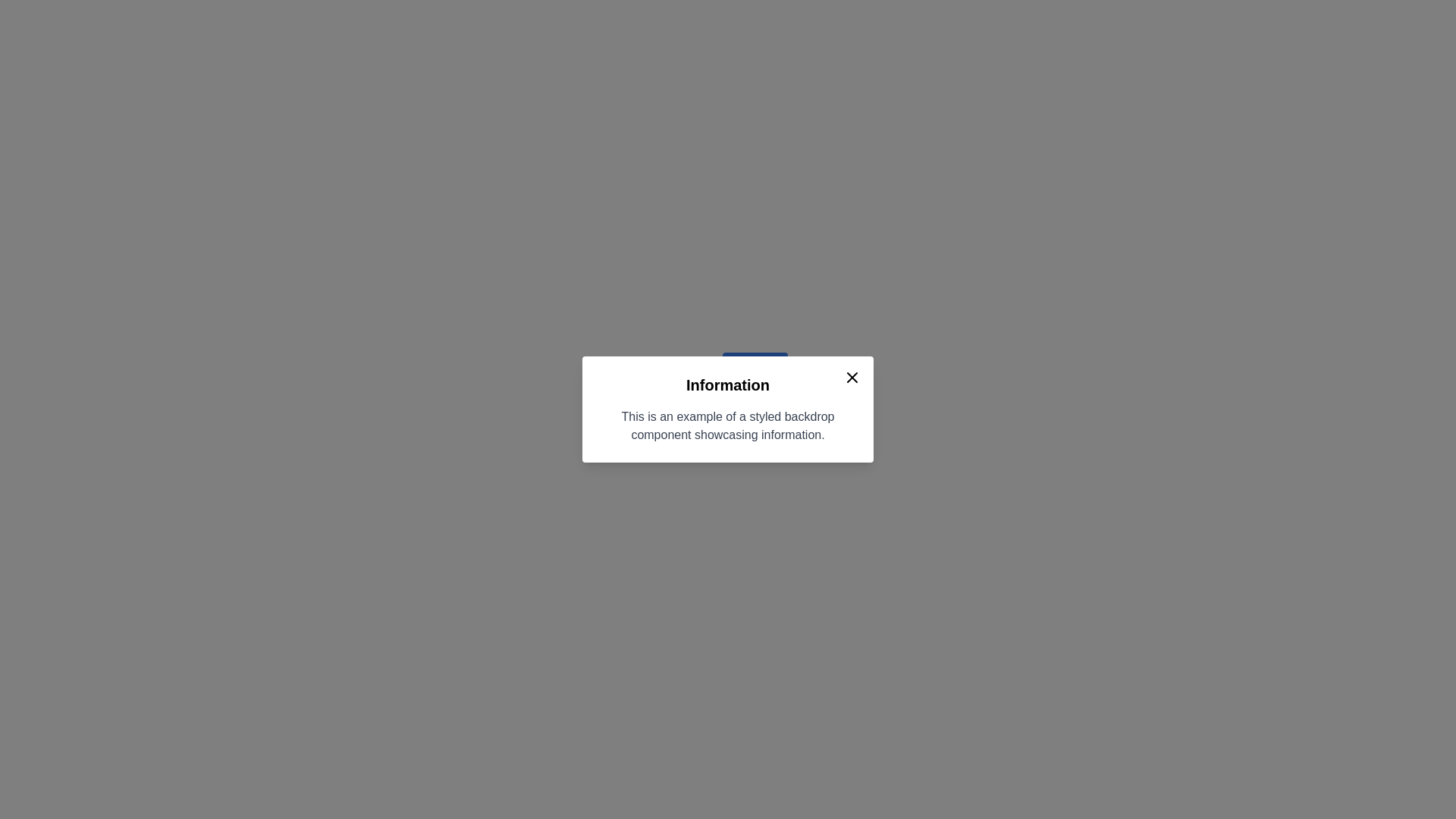 The width and height of the screenshot is (1456, 819). What do you see at coordinates (852, 376) in the screenshot?
I see `the close button located in the top-right corner of the modal dialog titled 'Information'` at bounding box center [852, 376].